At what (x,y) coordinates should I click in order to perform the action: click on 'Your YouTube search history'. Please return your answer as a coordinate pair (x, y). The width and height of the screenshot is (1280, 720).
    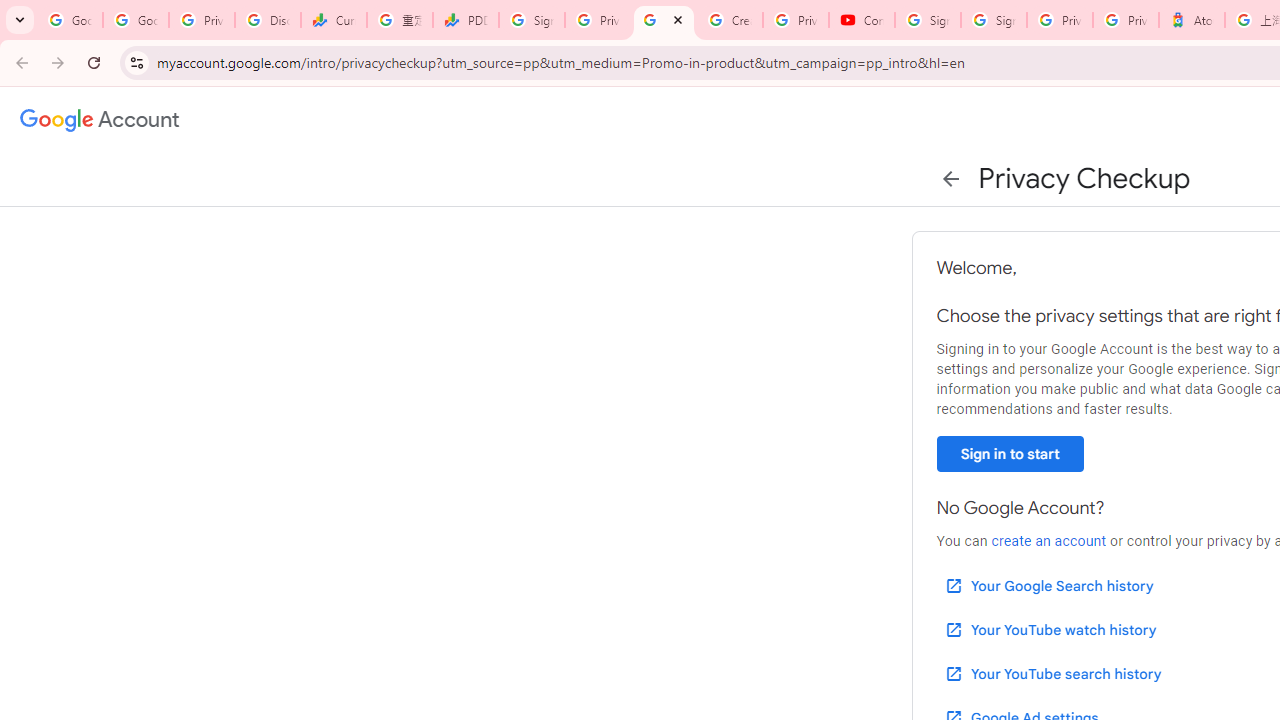
    Looking at the image, I should click on (1051, 673).